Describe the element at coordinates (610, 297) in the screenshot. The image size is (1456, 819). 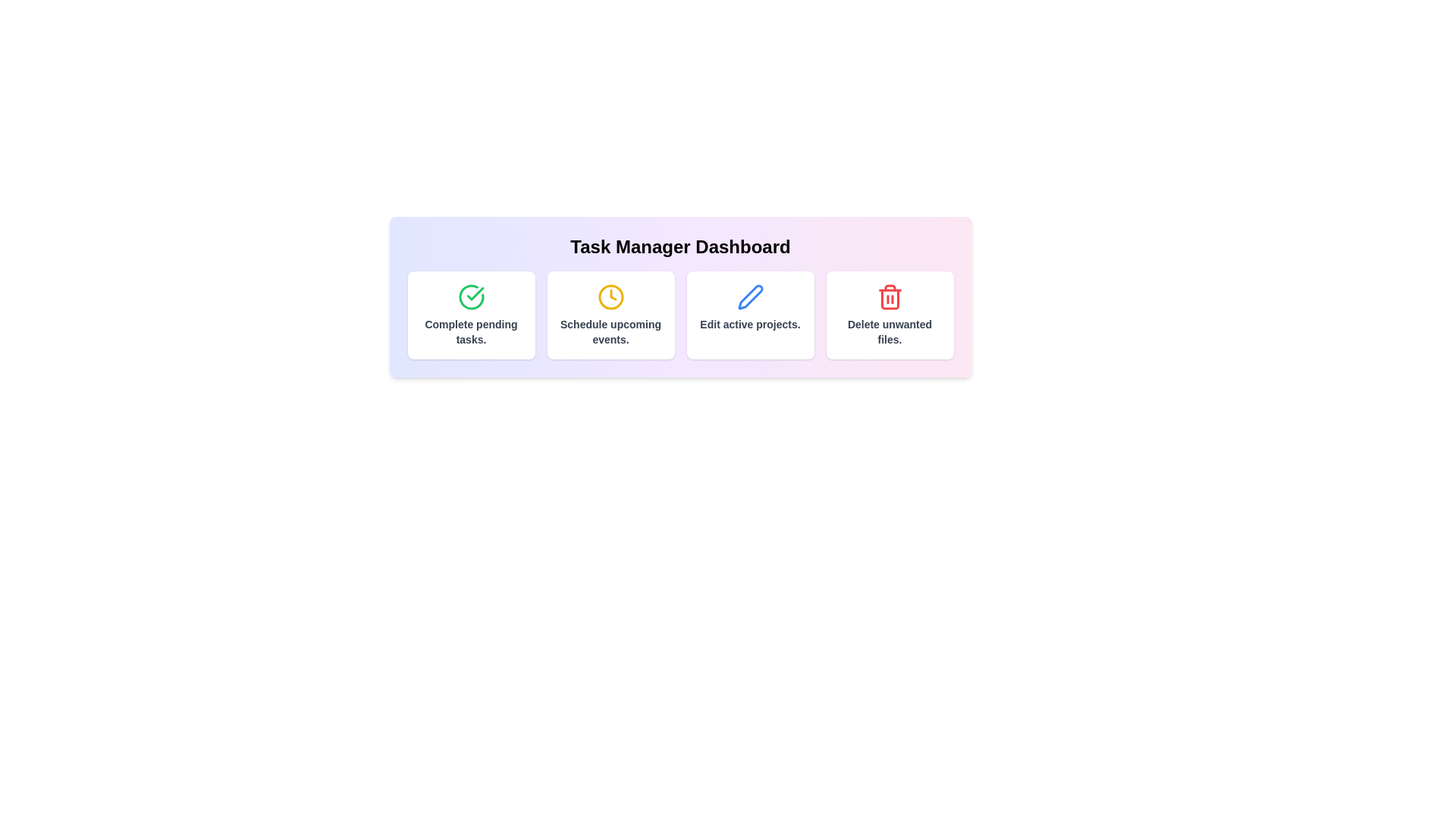
I see `the outer circular shape of the yellow clock icon located in the second card labeled 'Schedule upcoming events' within the dashboard panel` at that location.